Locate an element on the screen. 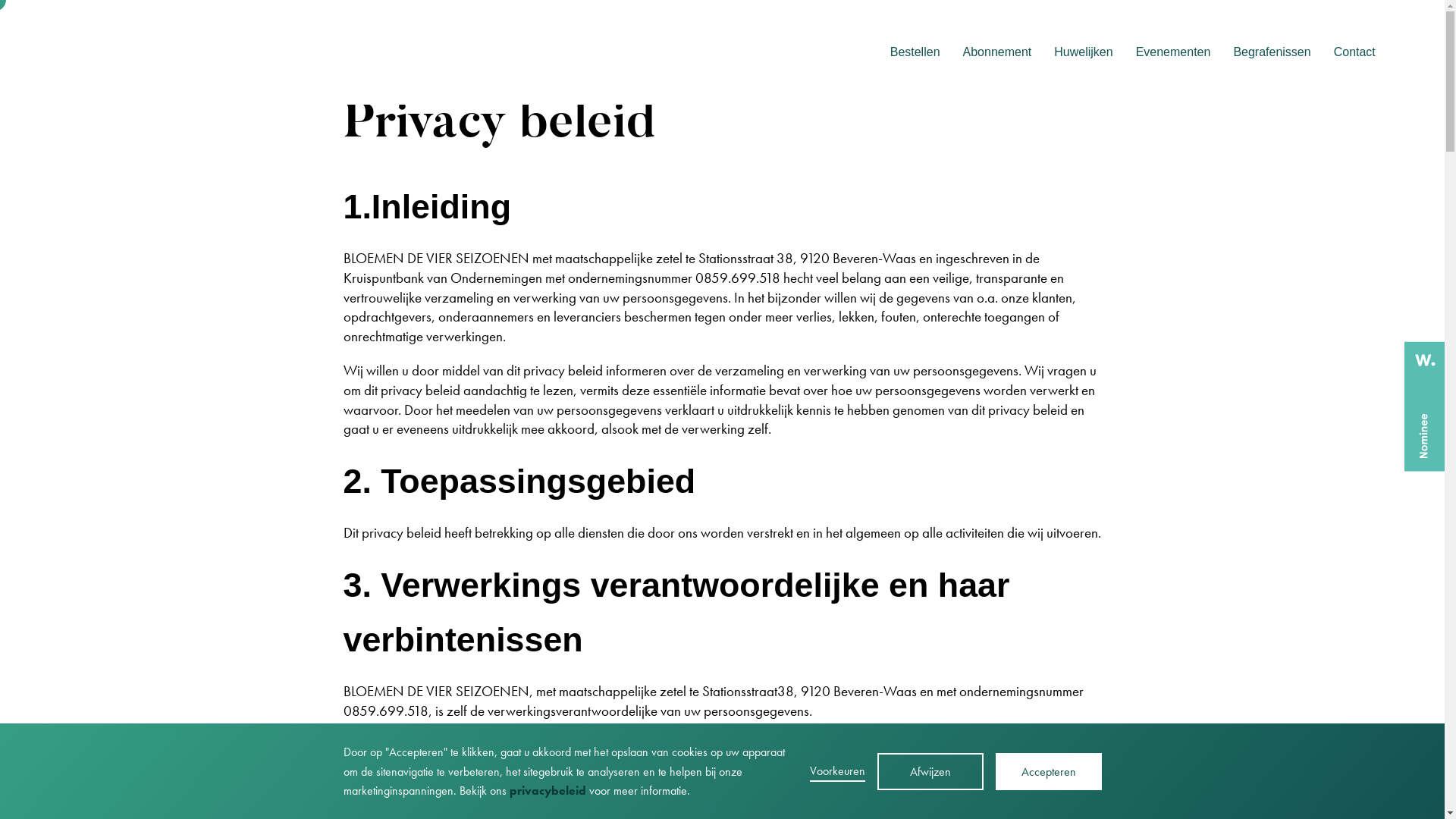 This screenshot has height=819, width=1456. 'Abonnement' is located at coordinates (997, 52).